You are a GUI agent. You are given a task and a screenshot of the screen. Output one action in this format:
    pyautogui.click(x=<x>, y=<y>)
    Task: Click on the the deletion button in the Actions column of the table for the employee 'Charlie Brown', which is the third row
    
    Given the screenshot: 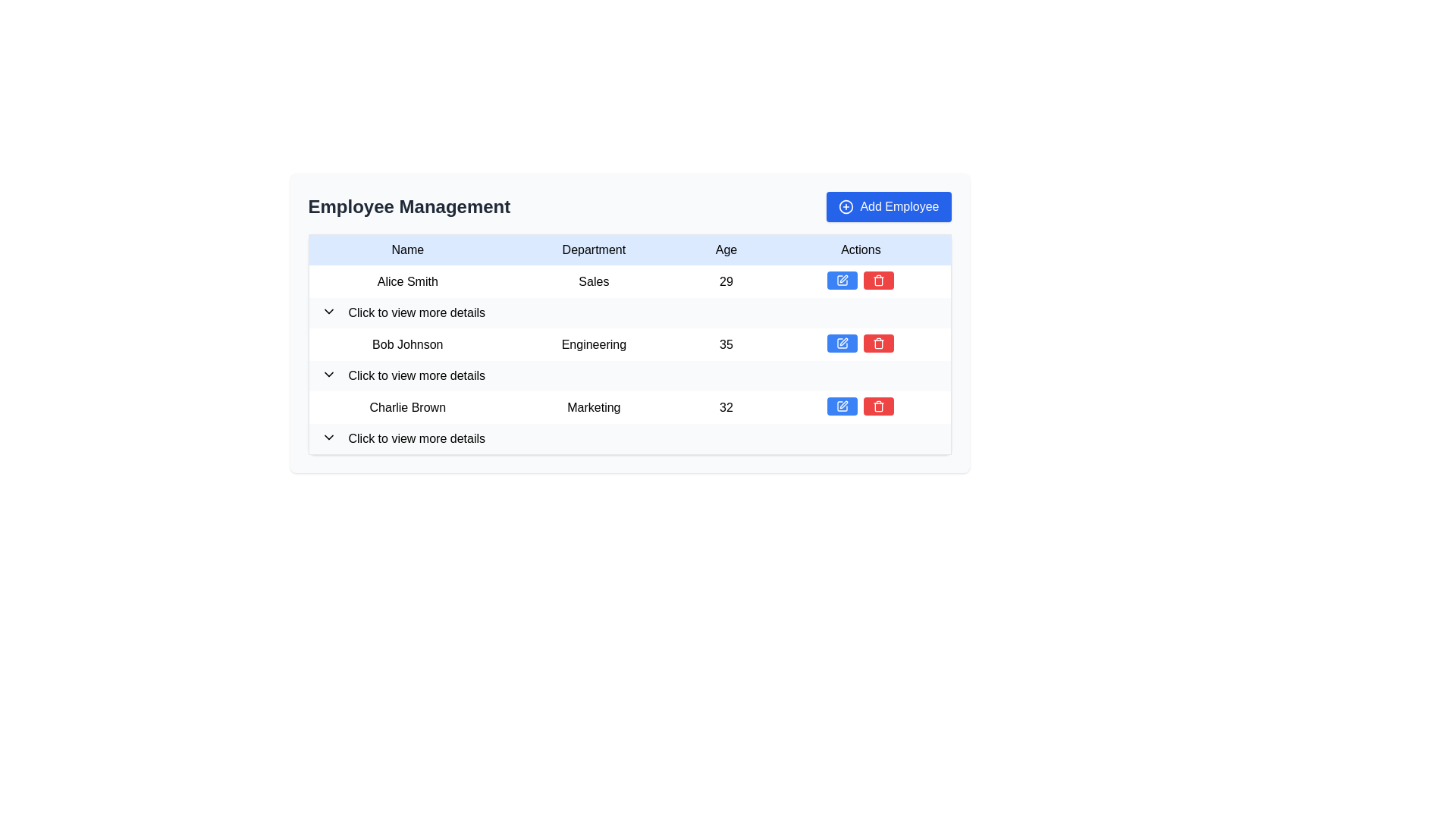 What is the action you would take?
    pyautogui.click(x=879, y=406)
    